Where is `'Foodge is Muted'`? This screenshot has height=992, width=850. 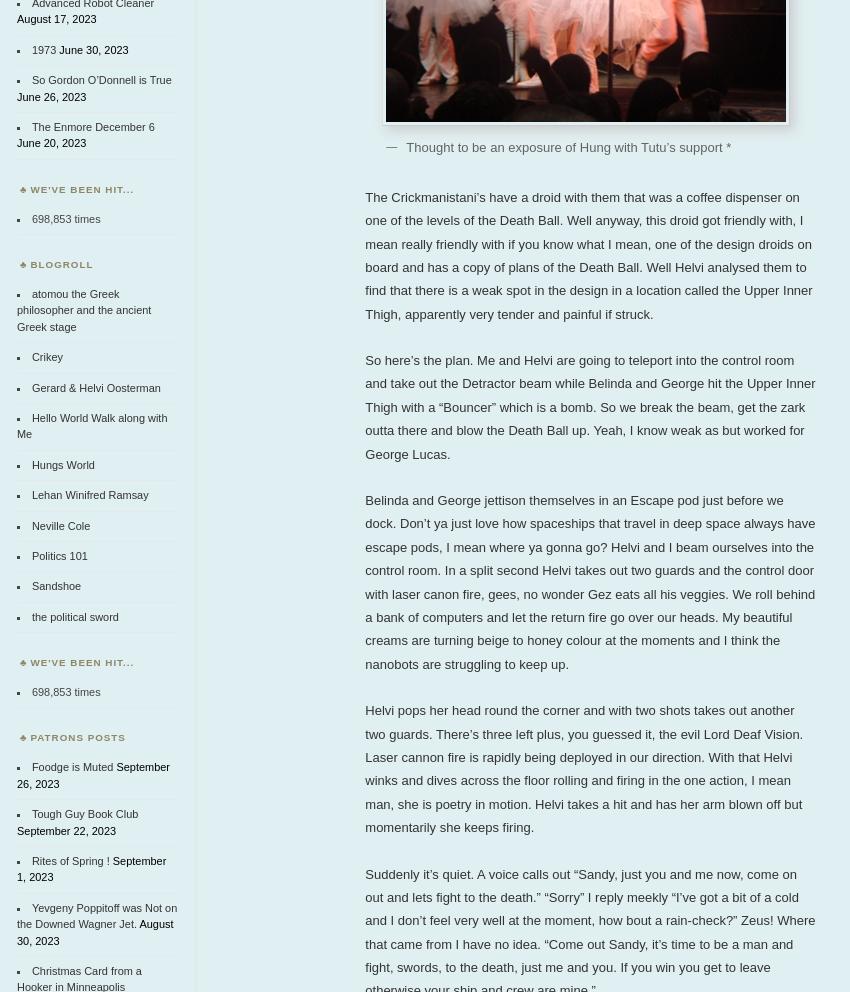
'Foodge is Muted' is located at coordinates (71, 766).